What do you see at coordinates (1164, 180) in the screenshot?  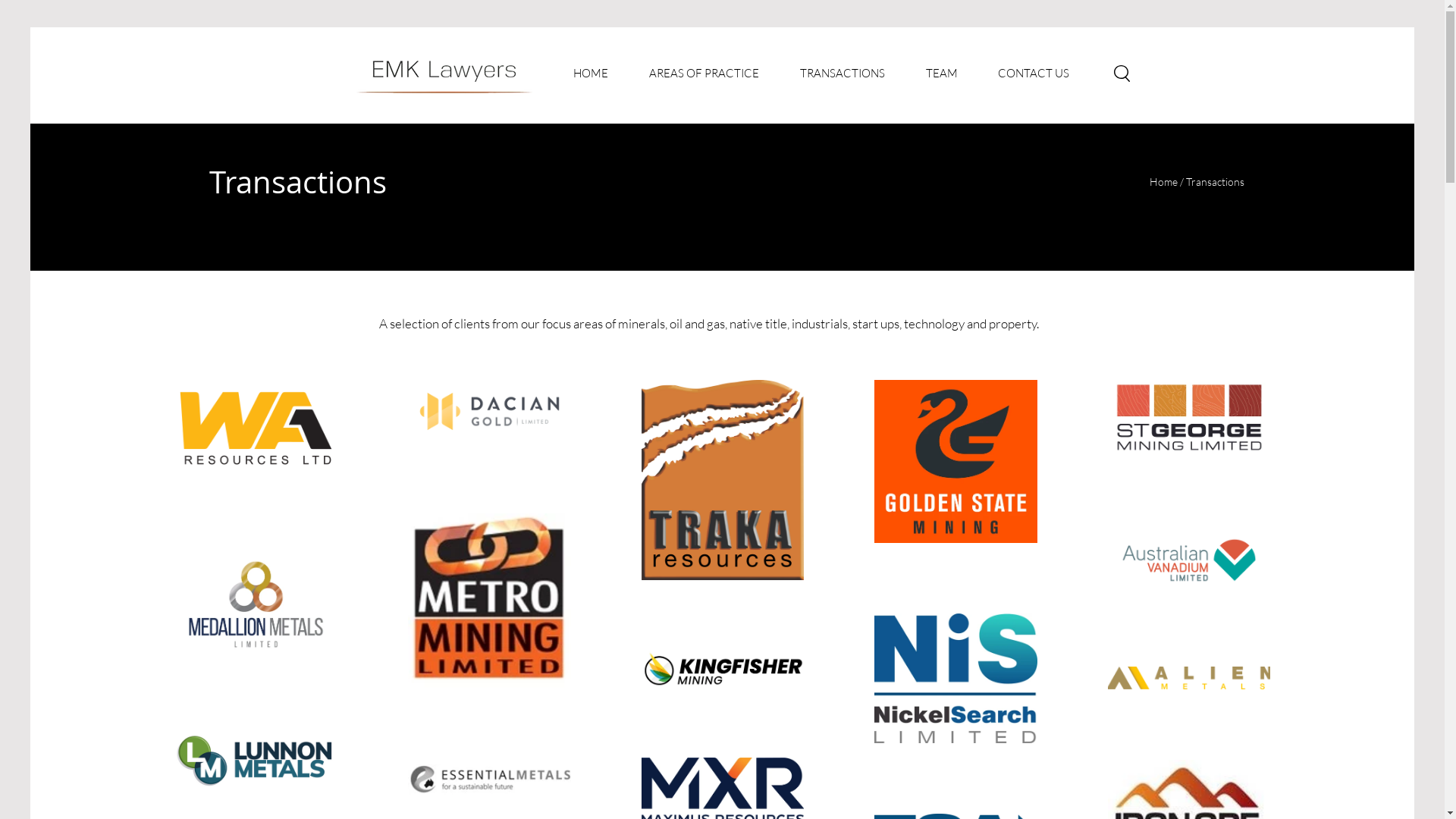 I see `'Home '` at bounding box center [1164, 180].